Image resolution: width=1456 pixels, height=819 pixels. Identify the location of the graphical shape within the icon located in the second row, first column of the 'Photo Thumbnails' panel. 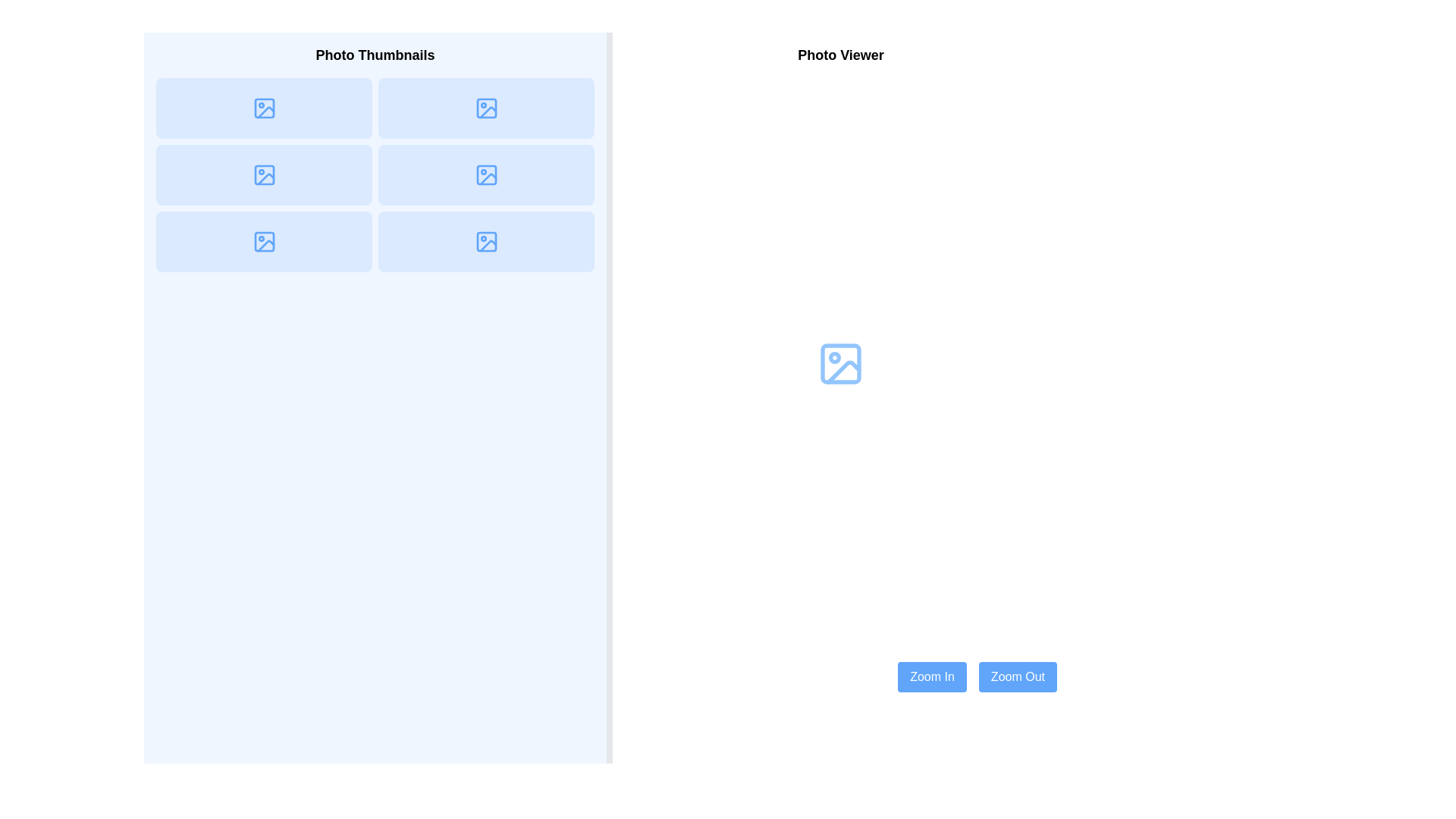
(264, 174).